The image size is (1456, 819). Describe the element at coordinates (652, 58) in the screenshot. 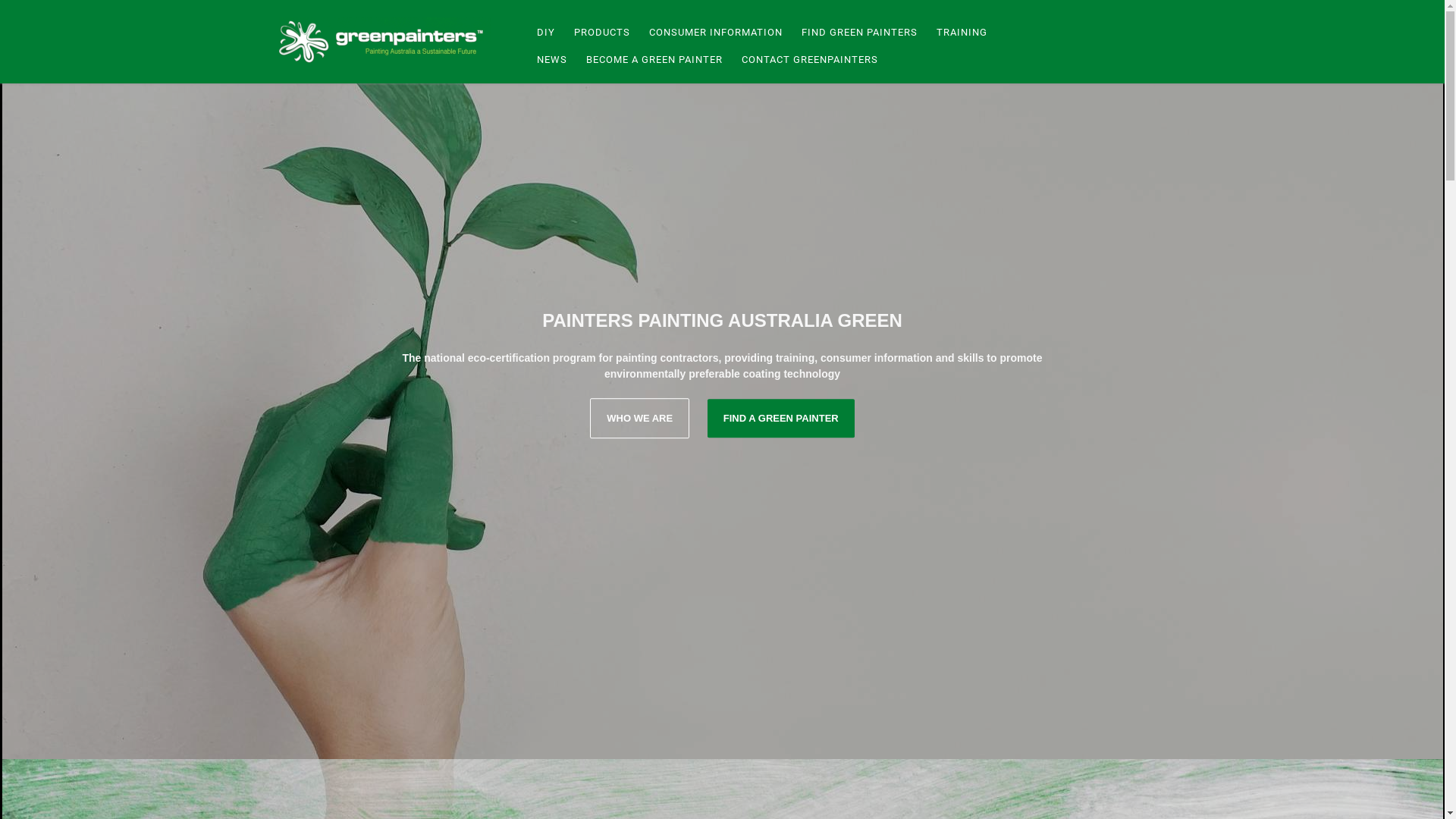

I see `'BECOME A GREEN PAINTER'` at that location.